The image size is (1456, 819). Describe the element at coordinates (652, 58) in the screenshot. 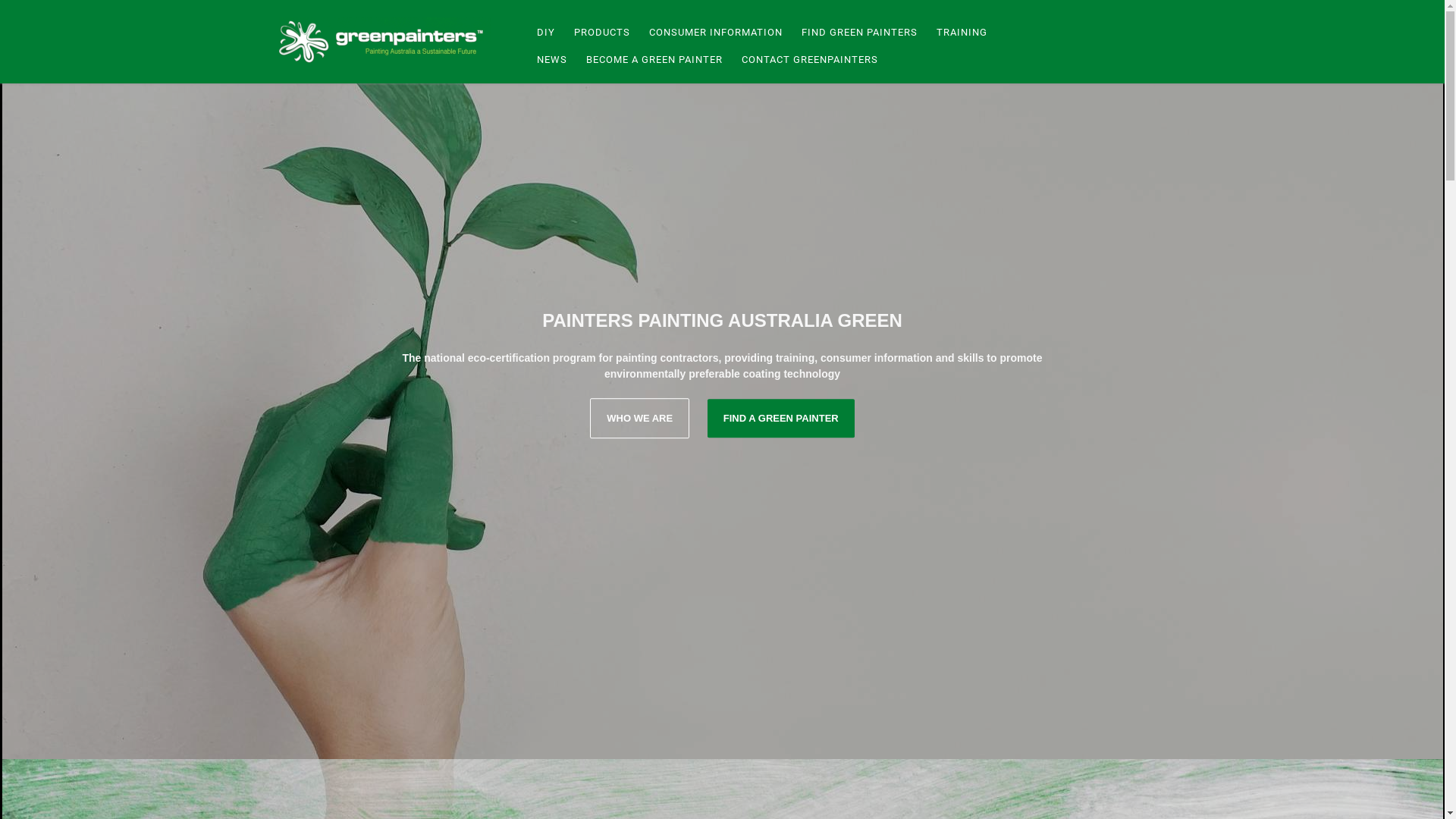

I see `'BECOME A GREEN PAINTER'` at that location.